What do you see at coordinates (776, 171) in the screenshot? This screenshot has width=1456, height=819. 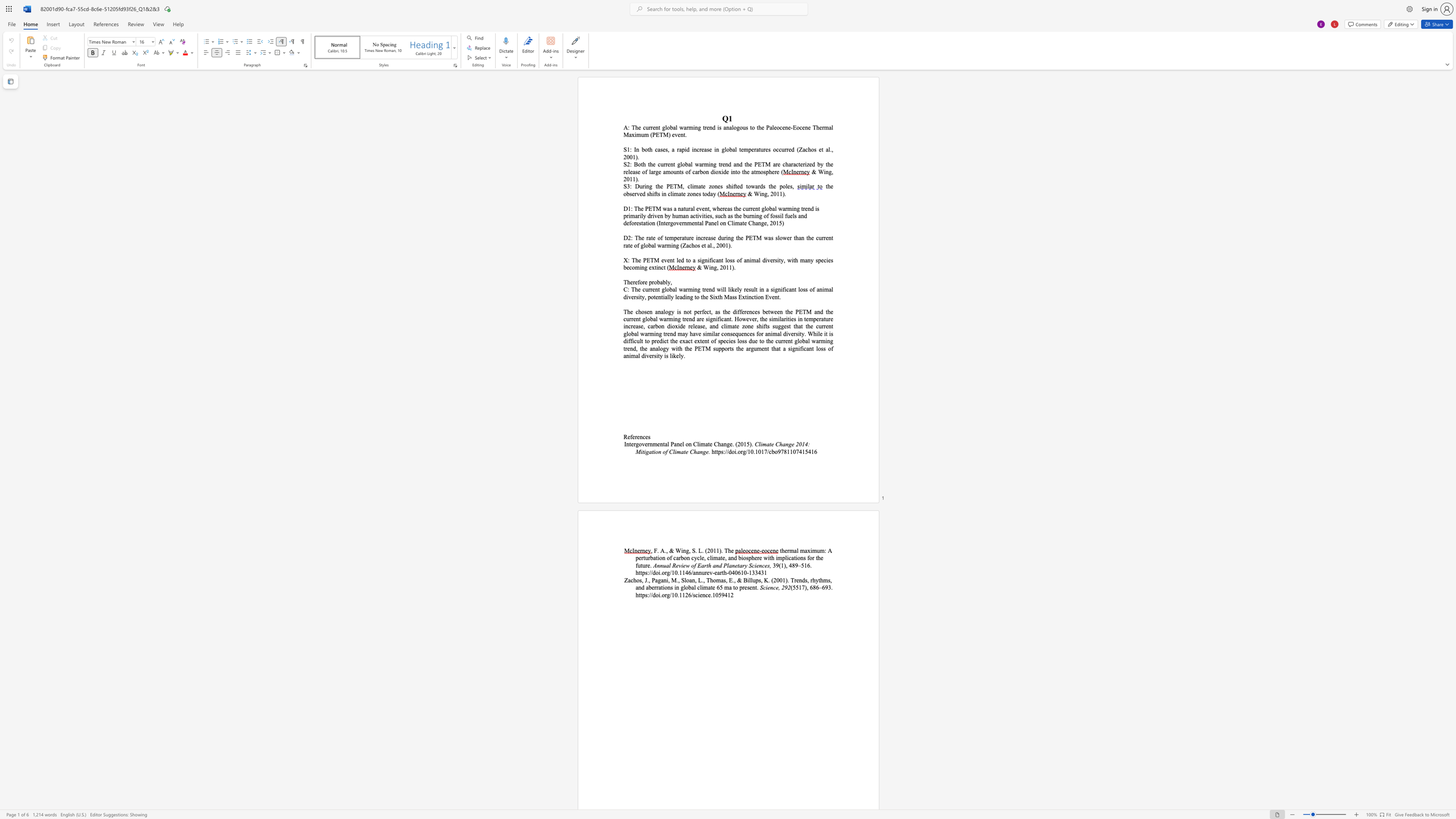 I see `the subset text "e (" within the text "of carbon dioxide into the atmosphere ("` at bounding box center [776, 171].